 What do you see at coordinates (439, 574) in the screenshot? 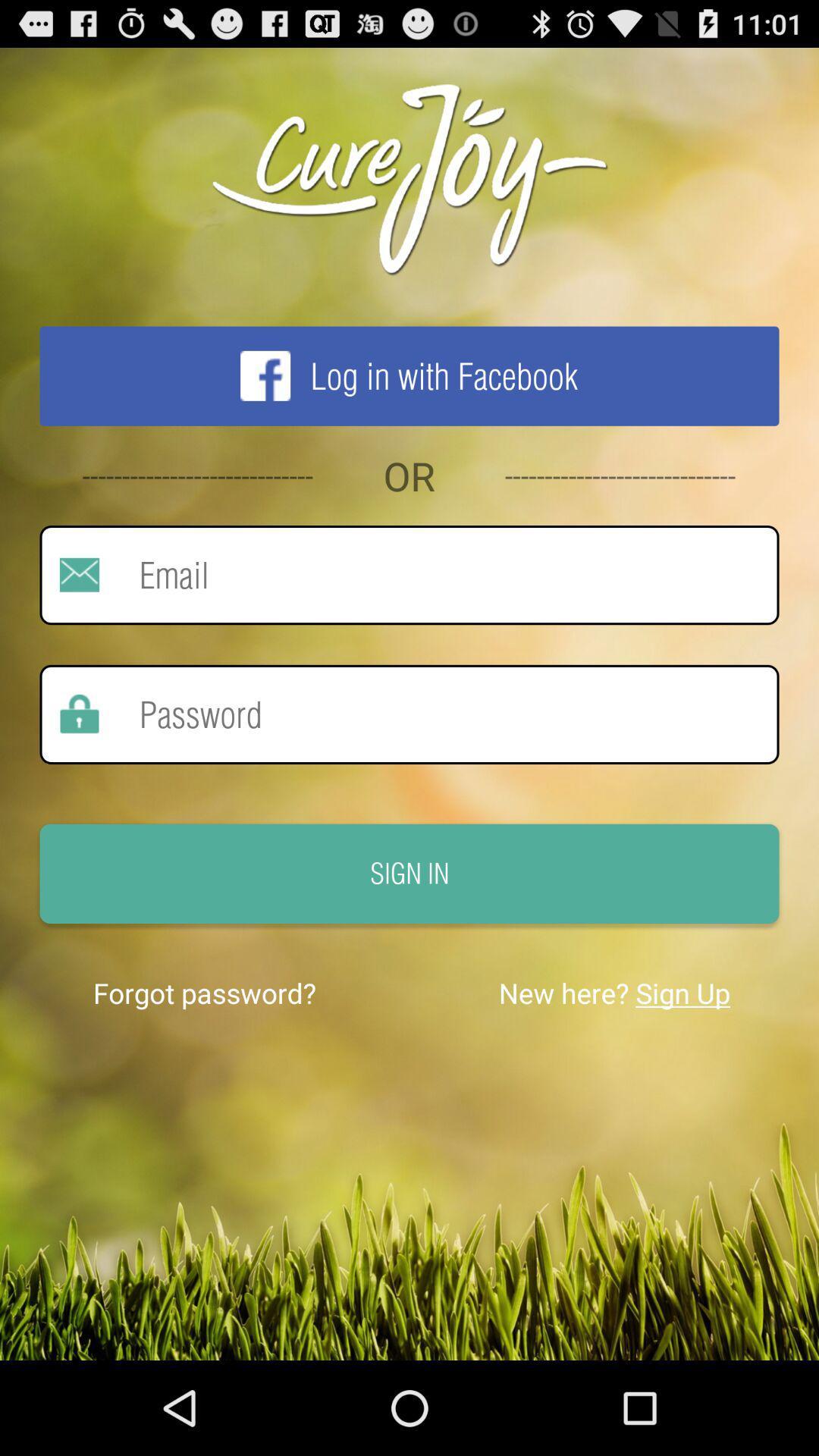
I see `email here` at bounding box center [439, 574].